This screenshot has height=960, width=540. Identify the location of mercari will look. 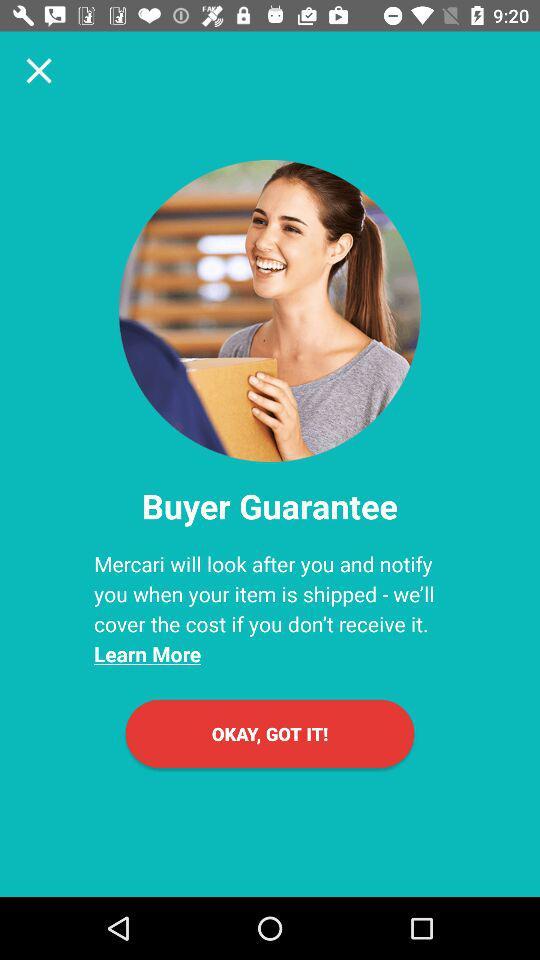
(270, 608).